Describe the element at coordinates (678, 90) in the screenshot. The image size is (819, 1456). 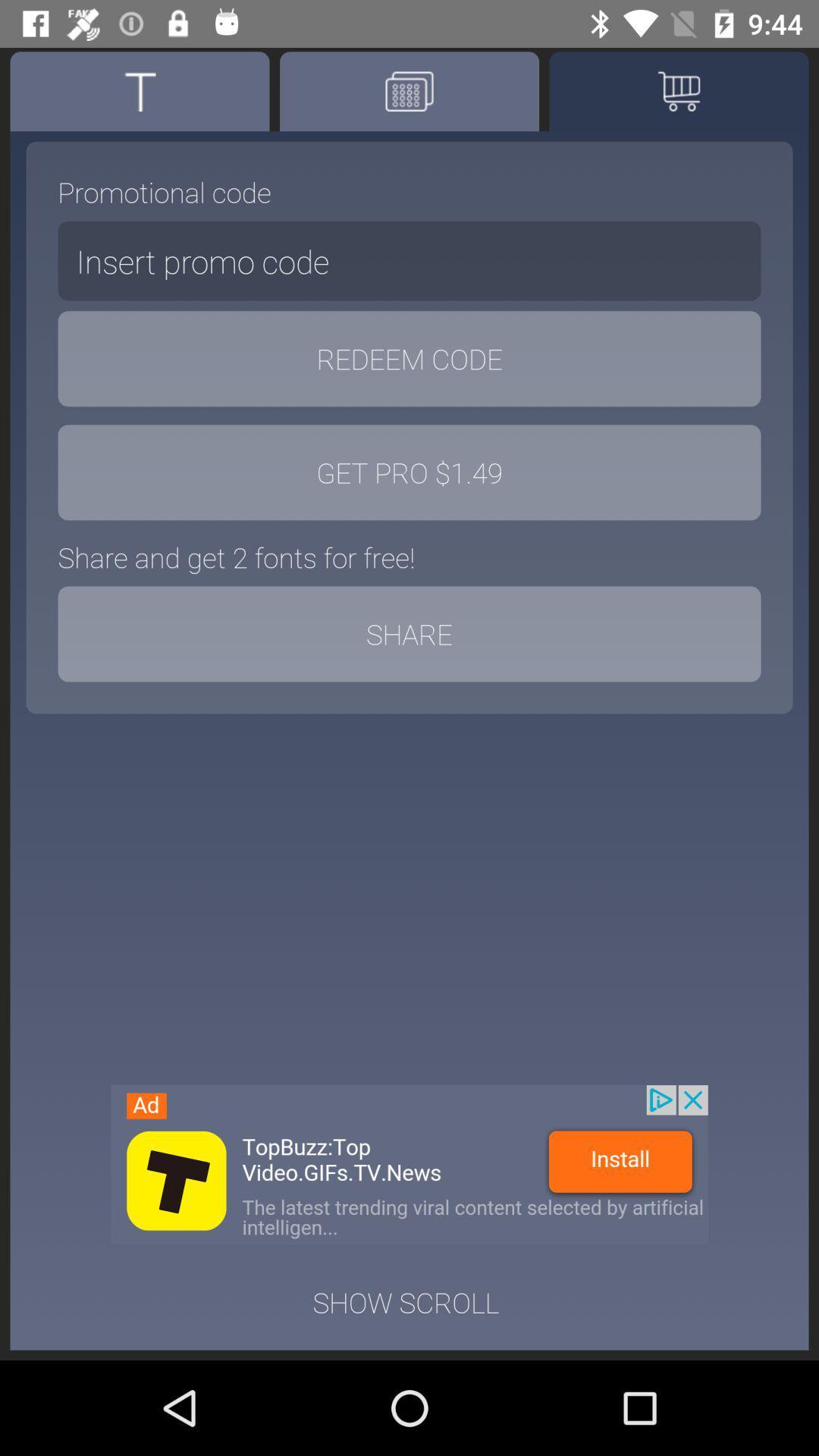
I see `your cart` at that location.